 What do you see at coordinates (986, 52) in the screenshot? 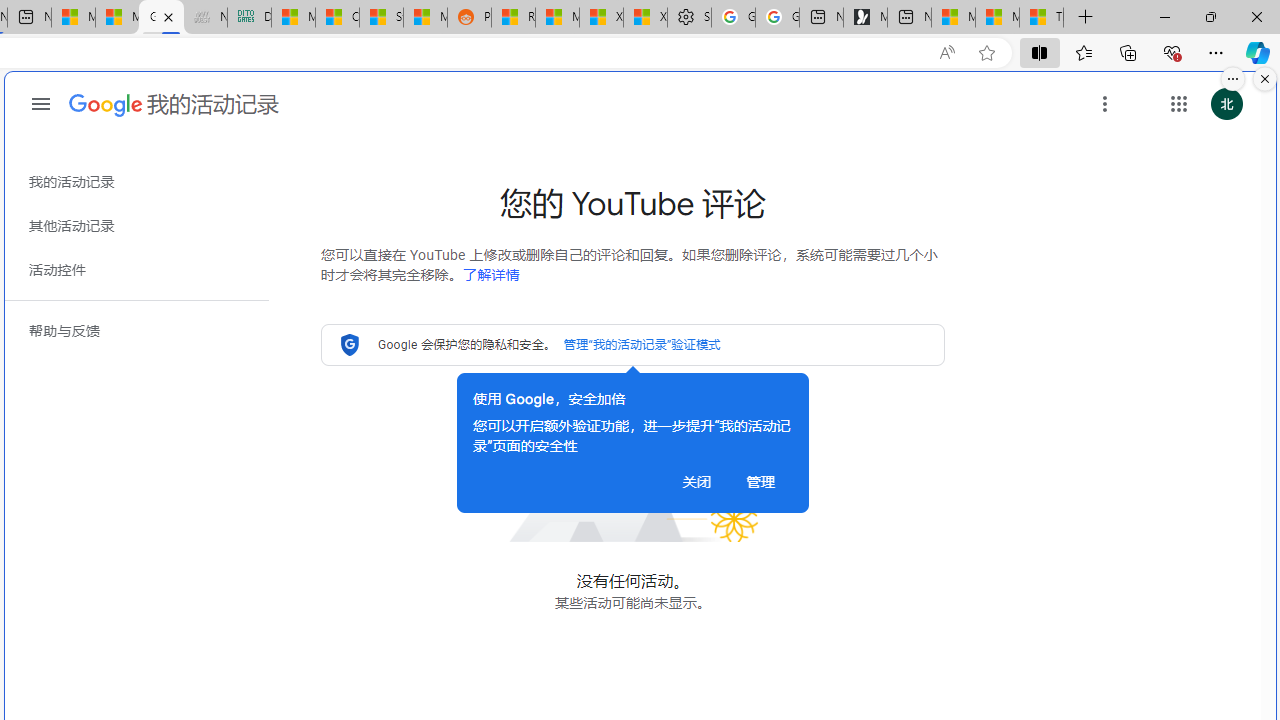
I see `'Add this page to favorites (Ctrl+D)'` at bounding box center [986, 52].